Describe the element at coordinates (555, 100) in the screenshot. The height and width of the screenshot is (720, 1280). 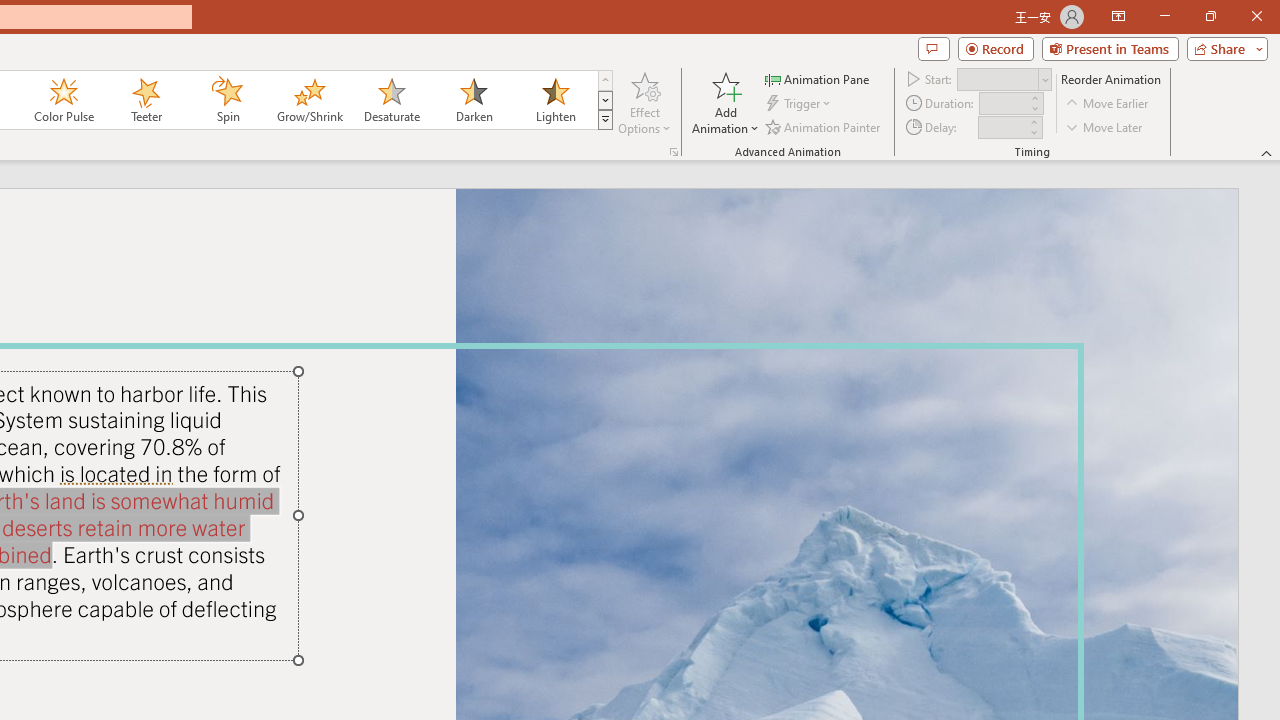
I see `'Lighten'` at that location.